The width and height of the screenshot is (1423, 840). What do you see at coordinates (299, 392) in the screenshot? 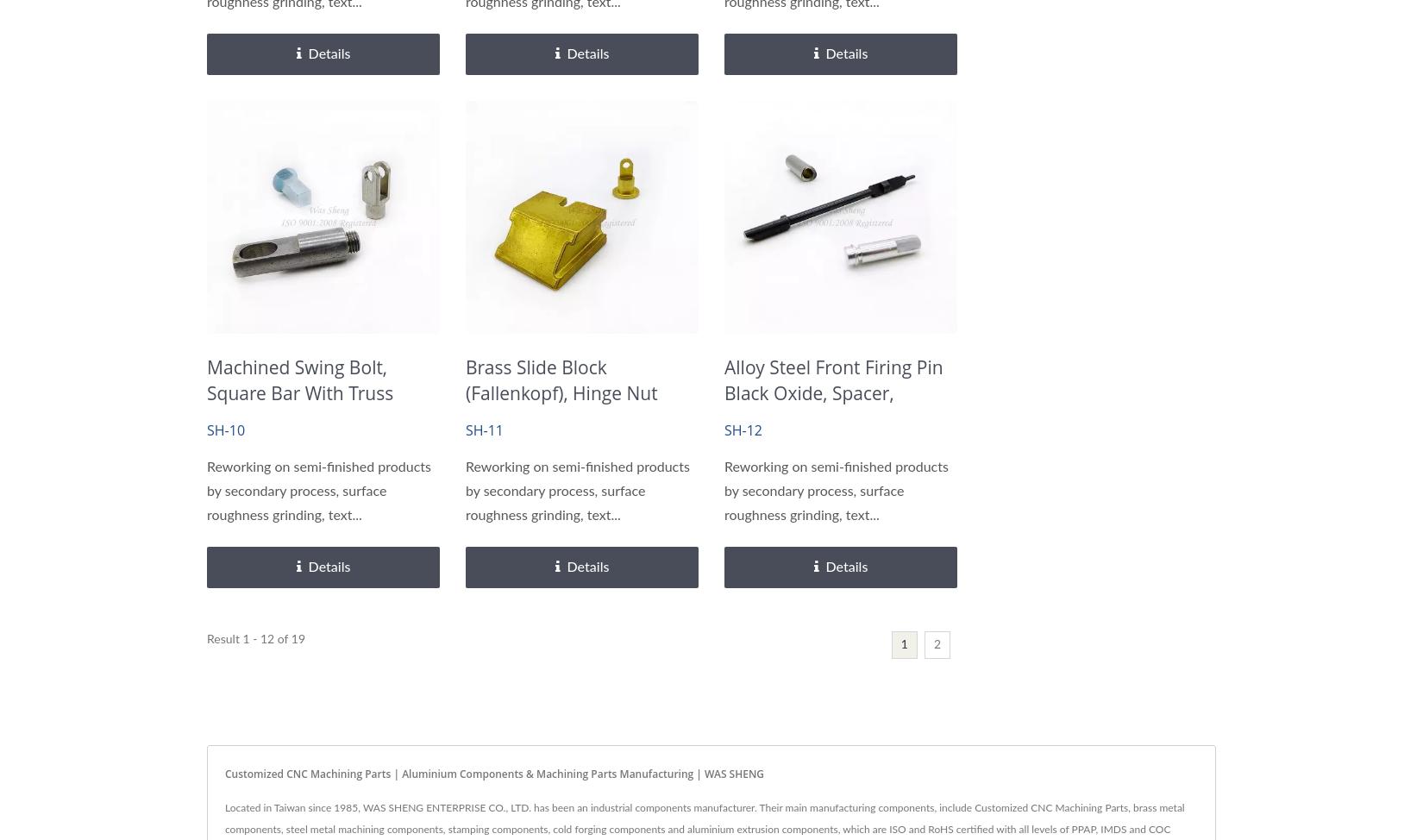
I see `'Machined Swing Bolt, Square Bar with Truss Head, Connector Seat'` at bounding box center [299, 392].